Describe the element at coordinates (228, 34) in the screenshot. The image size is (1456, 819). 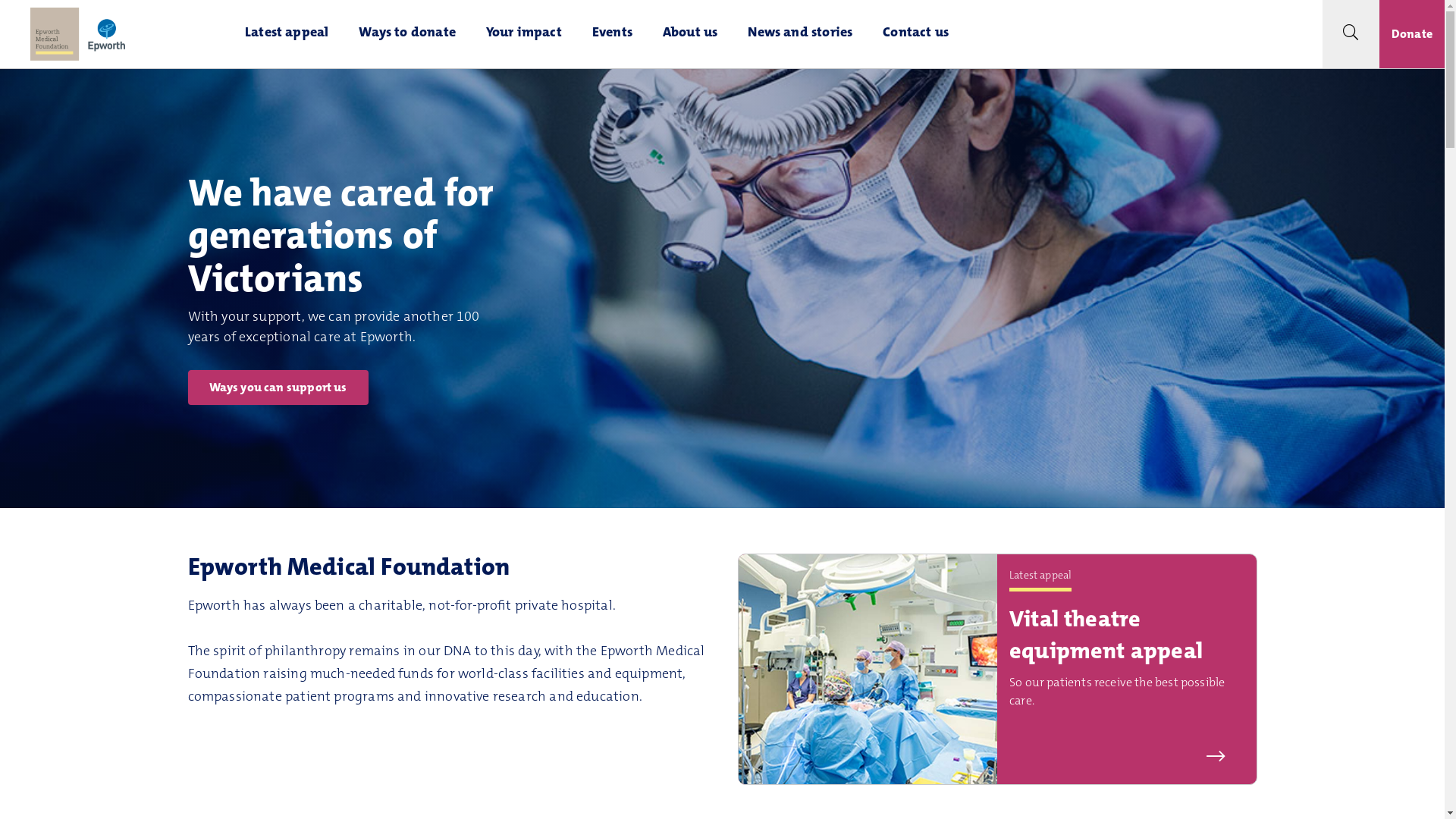
I see `'Latest appeal'` at that location.